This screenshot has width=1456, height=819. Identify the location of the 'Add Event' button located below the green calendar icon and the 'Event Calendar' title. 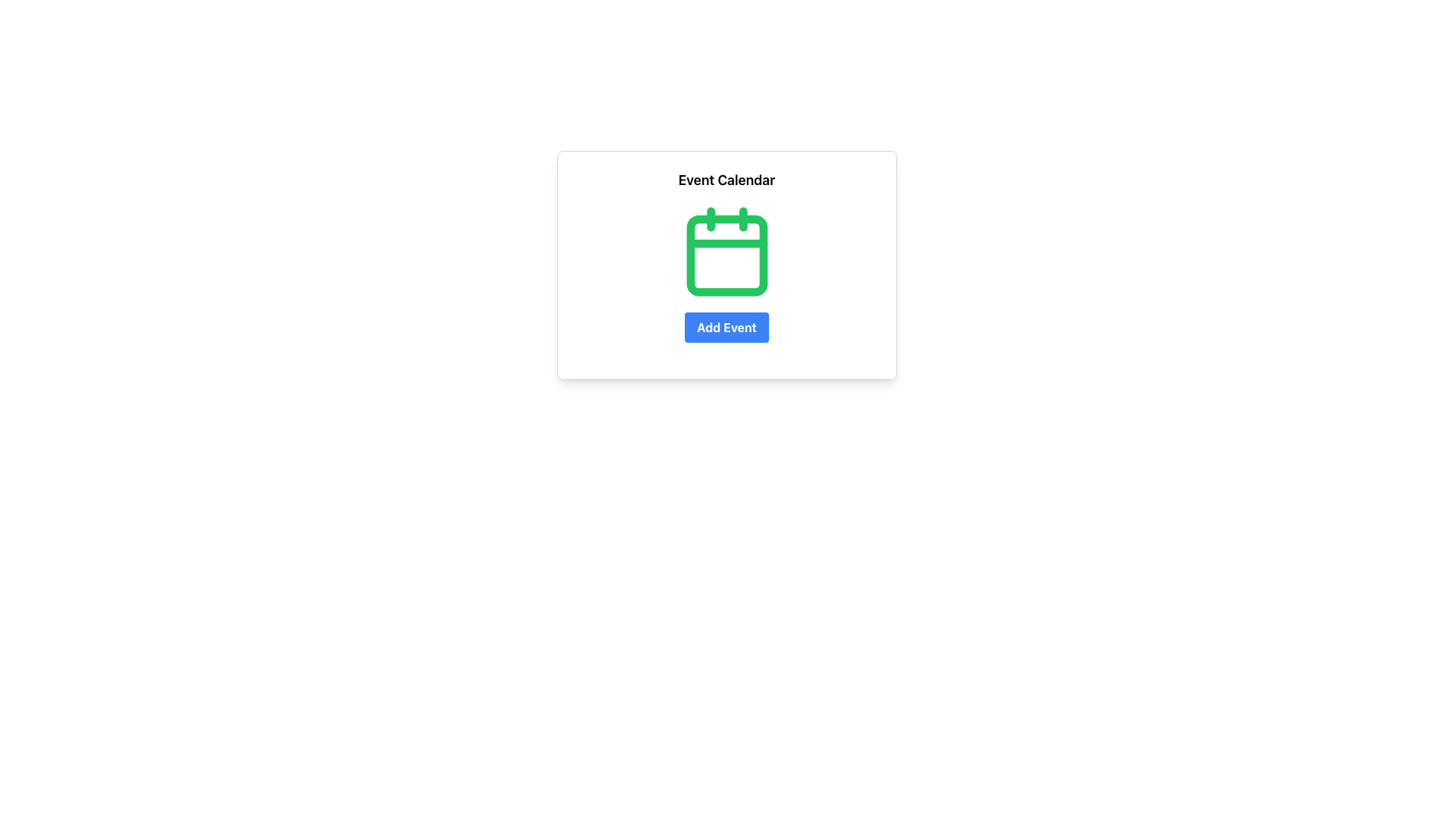
(726, 327).